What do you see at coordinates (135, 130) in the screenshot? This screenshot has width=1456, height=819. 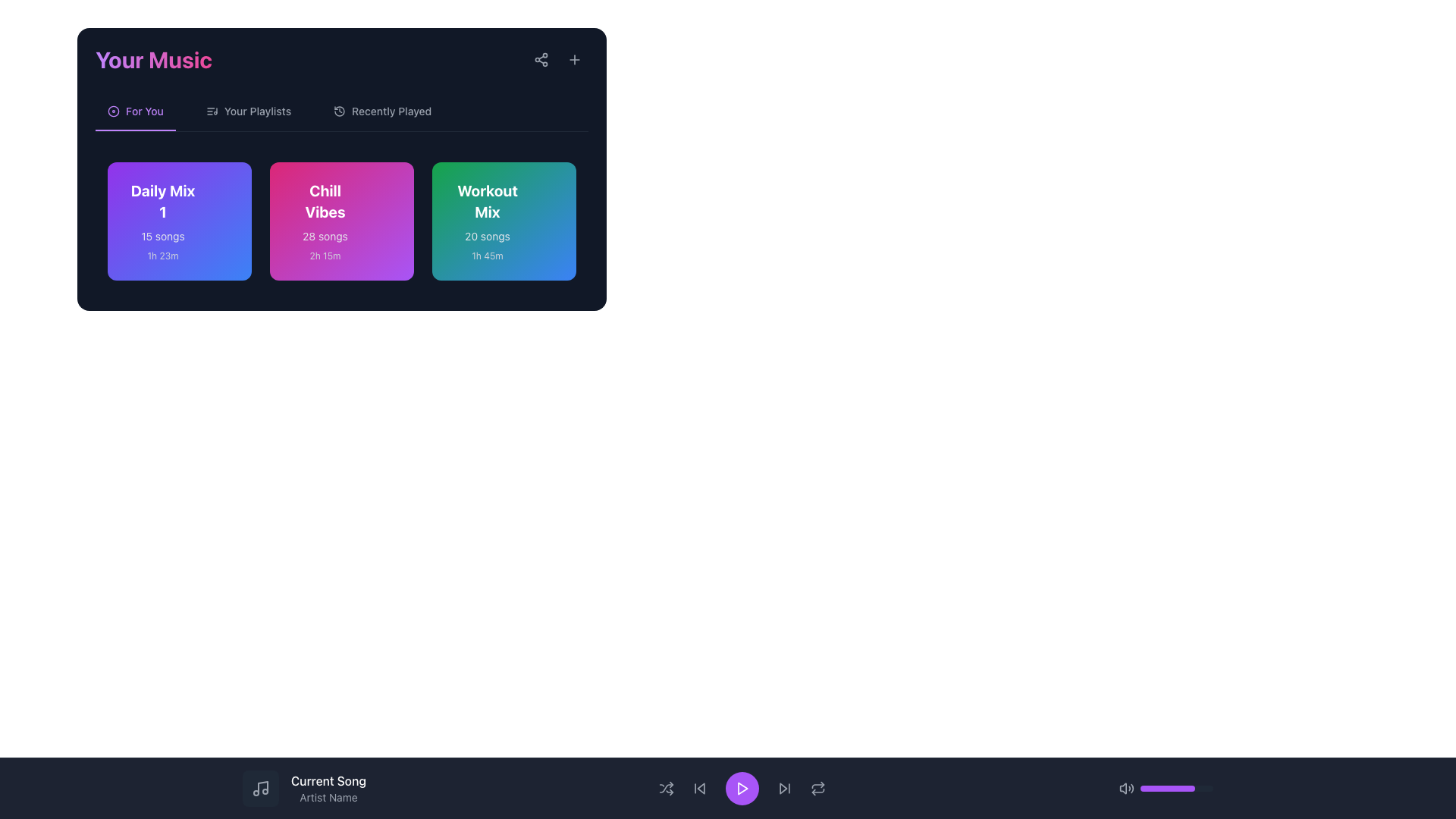 I see `the state of the Underline indicator, a thin purple rectangular bar located at the bottom of the header menu under the 'For You' tab` at bounding box center [135, 130].